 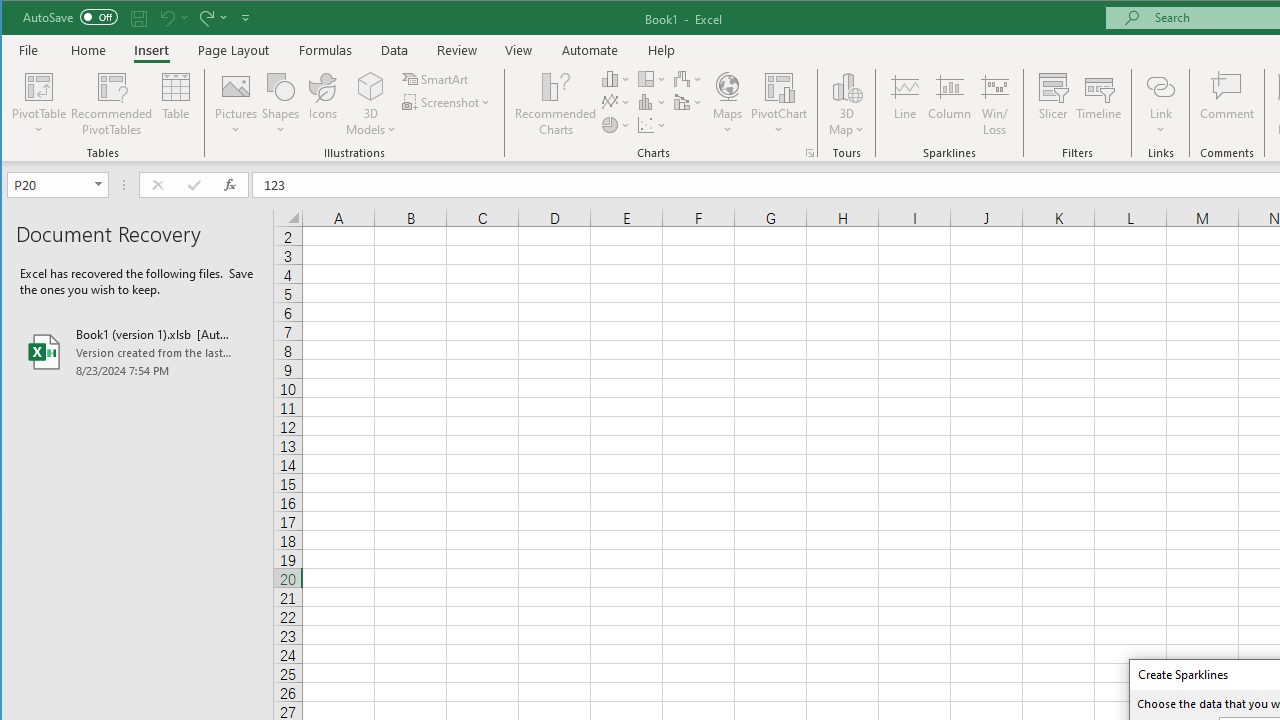 I want to click on 'PivotTable', so click(x=39, y=104).